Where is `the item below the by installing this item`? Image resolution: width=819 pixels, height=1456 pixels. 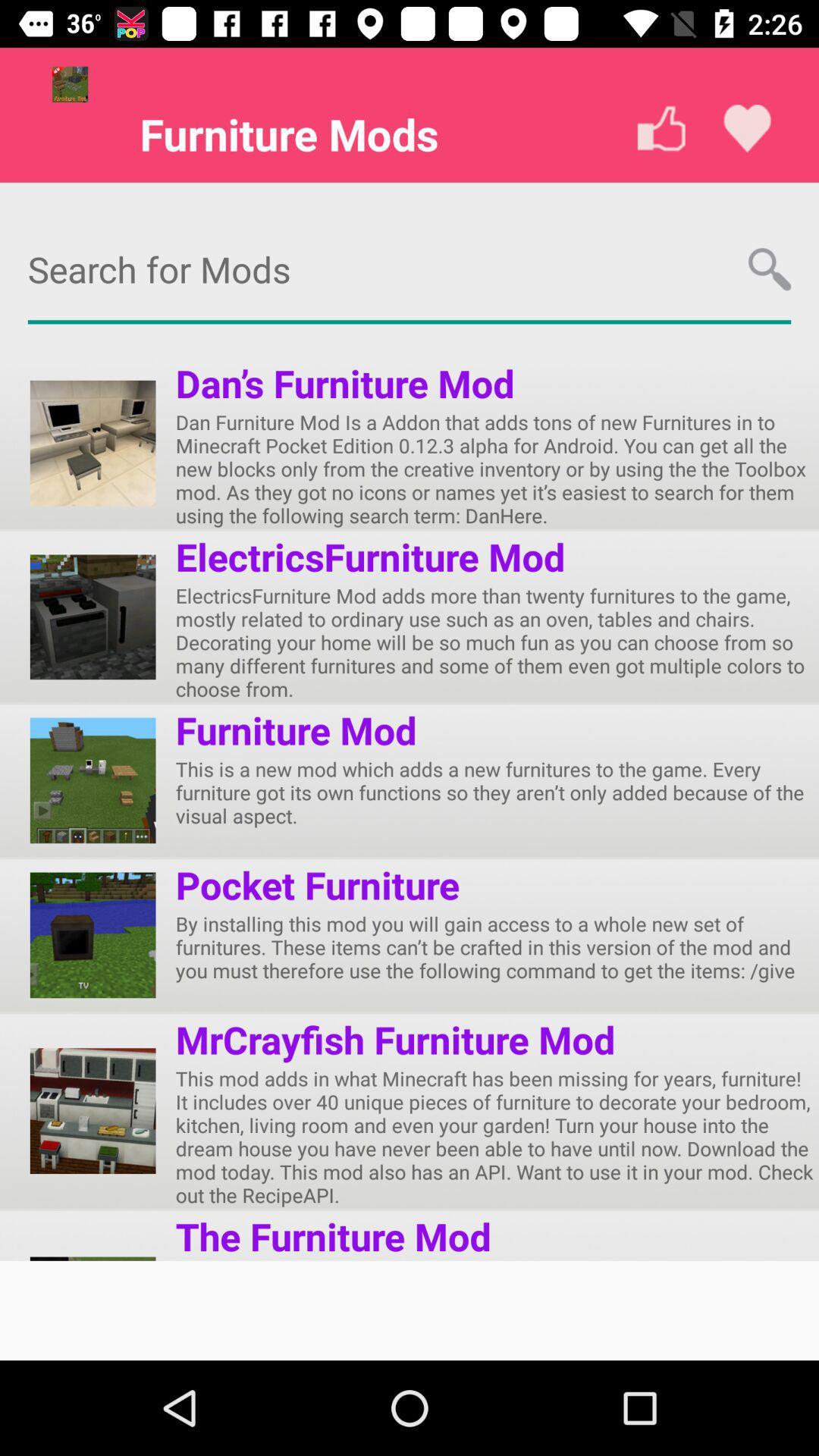
the item below the by installing this item is located at coordinates (394, 1039).